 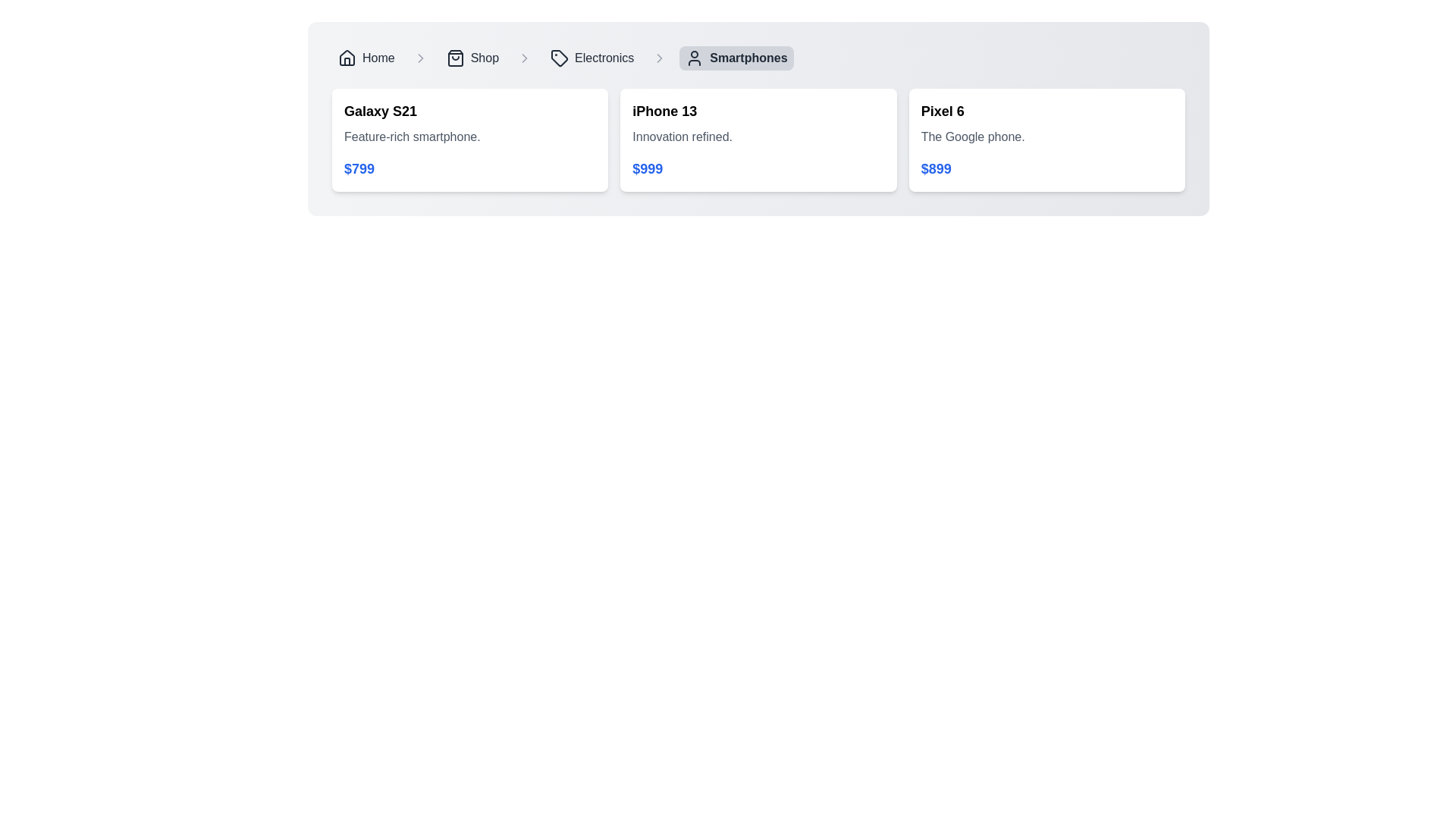 What do you see at coordinates (682, 137) in the screenshot?
I see `the text display element that reads 'Innovation refined.' located within the iPhone 13 product card` at bounding box center [682, 137].